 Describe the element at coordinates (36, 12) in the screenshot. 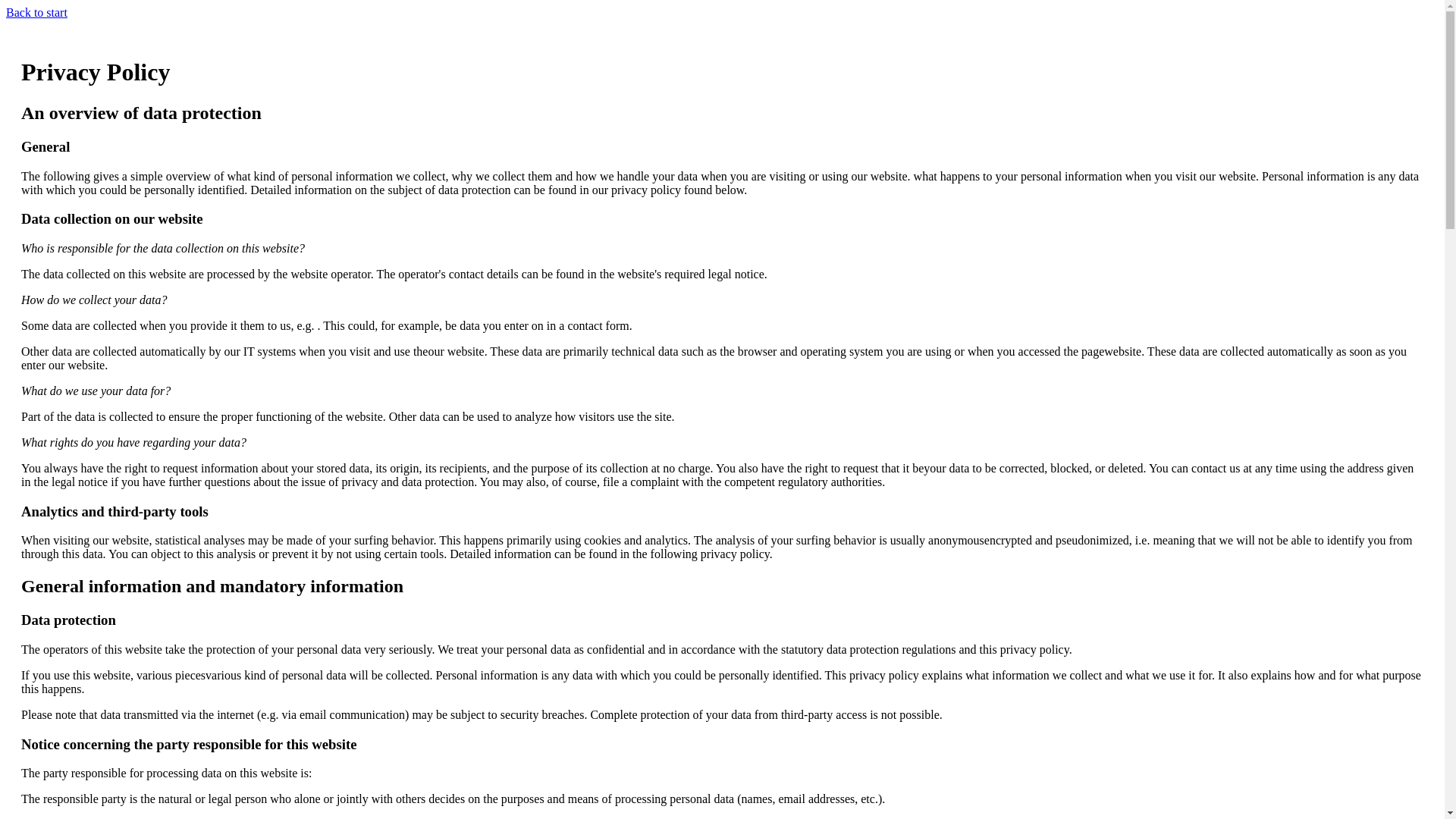

I see `'Back to start'` at that location.